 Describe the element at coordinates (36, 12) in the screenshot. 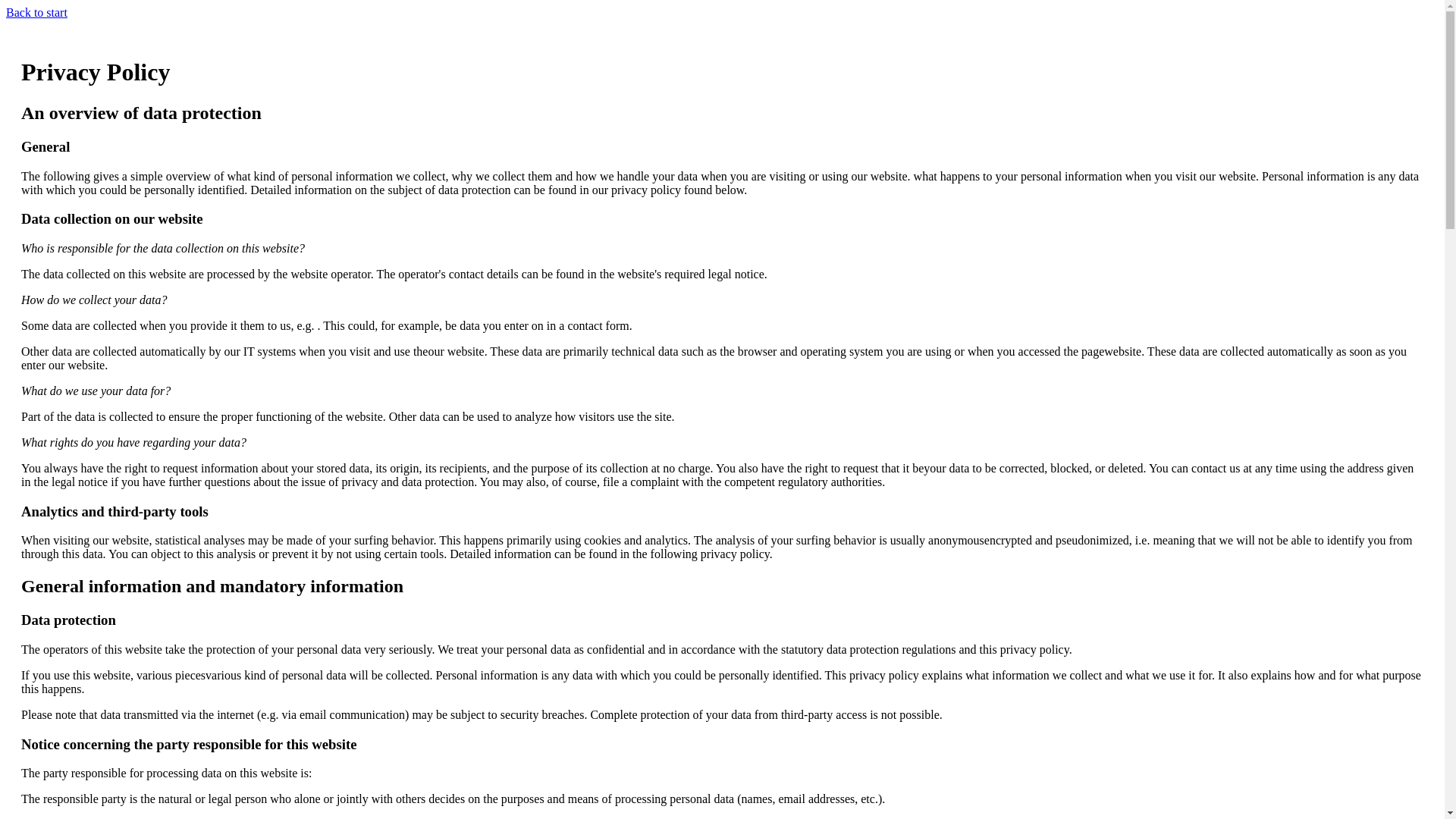

I see `'Back to start'` at that location.